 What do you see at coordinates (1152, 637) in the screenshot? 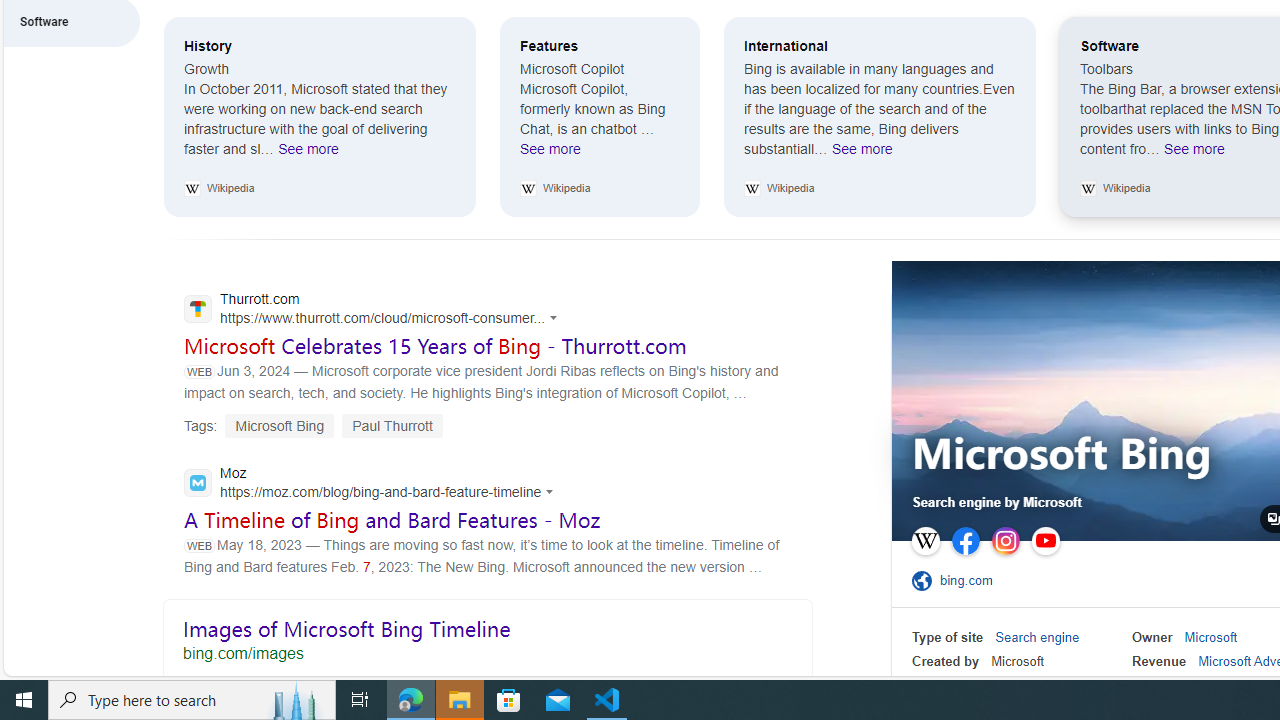
I see `'Owner'` at bounding box center [1152, 637].